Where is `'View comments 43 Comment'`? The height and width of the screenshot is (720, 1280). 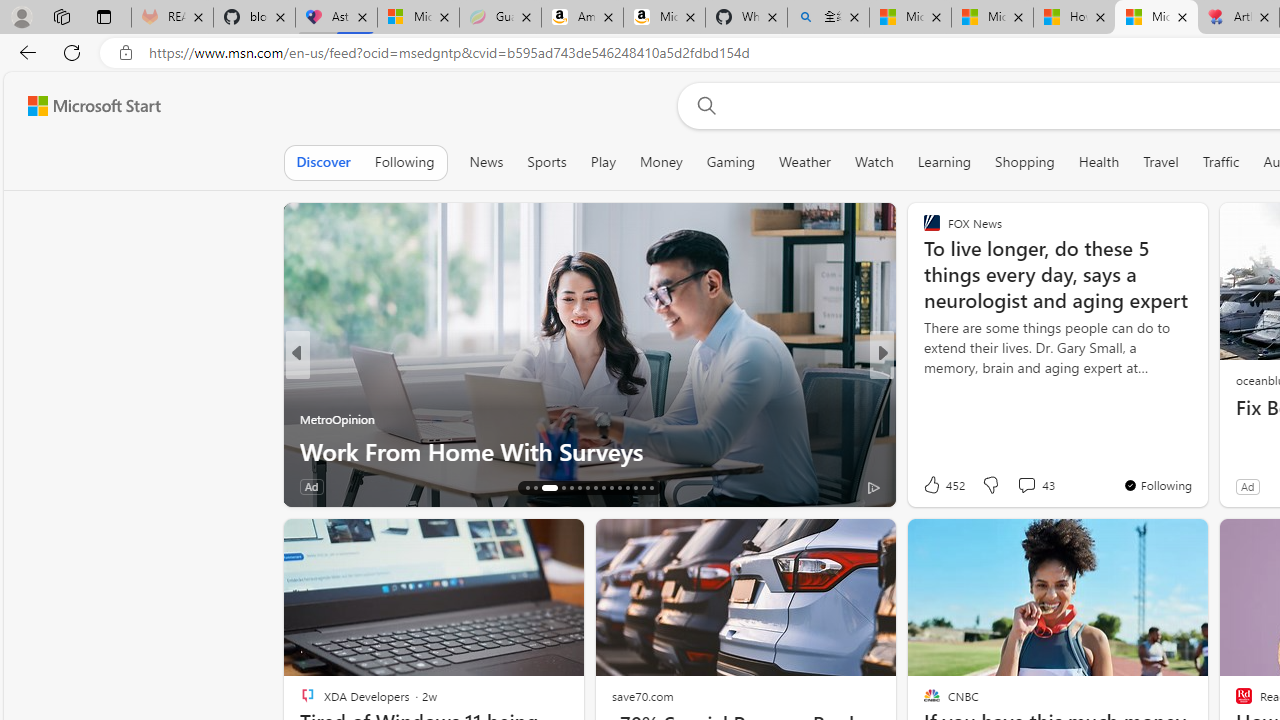 'View comments 43 Comment' is located at coordinates (1035, 484).